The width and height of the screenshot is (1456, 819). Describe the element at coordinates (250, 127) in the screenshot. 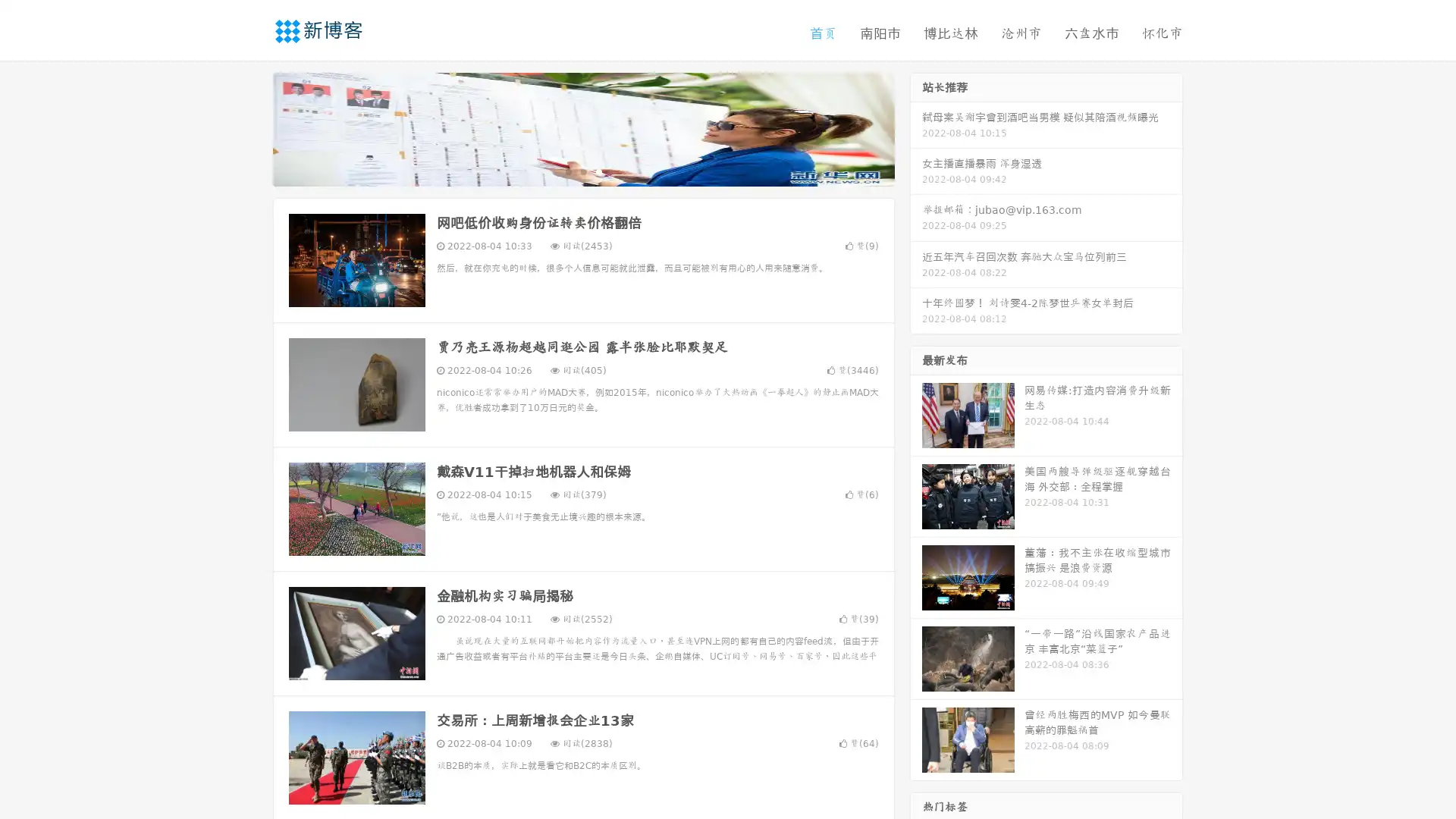

I see `Previous slide` at that location.